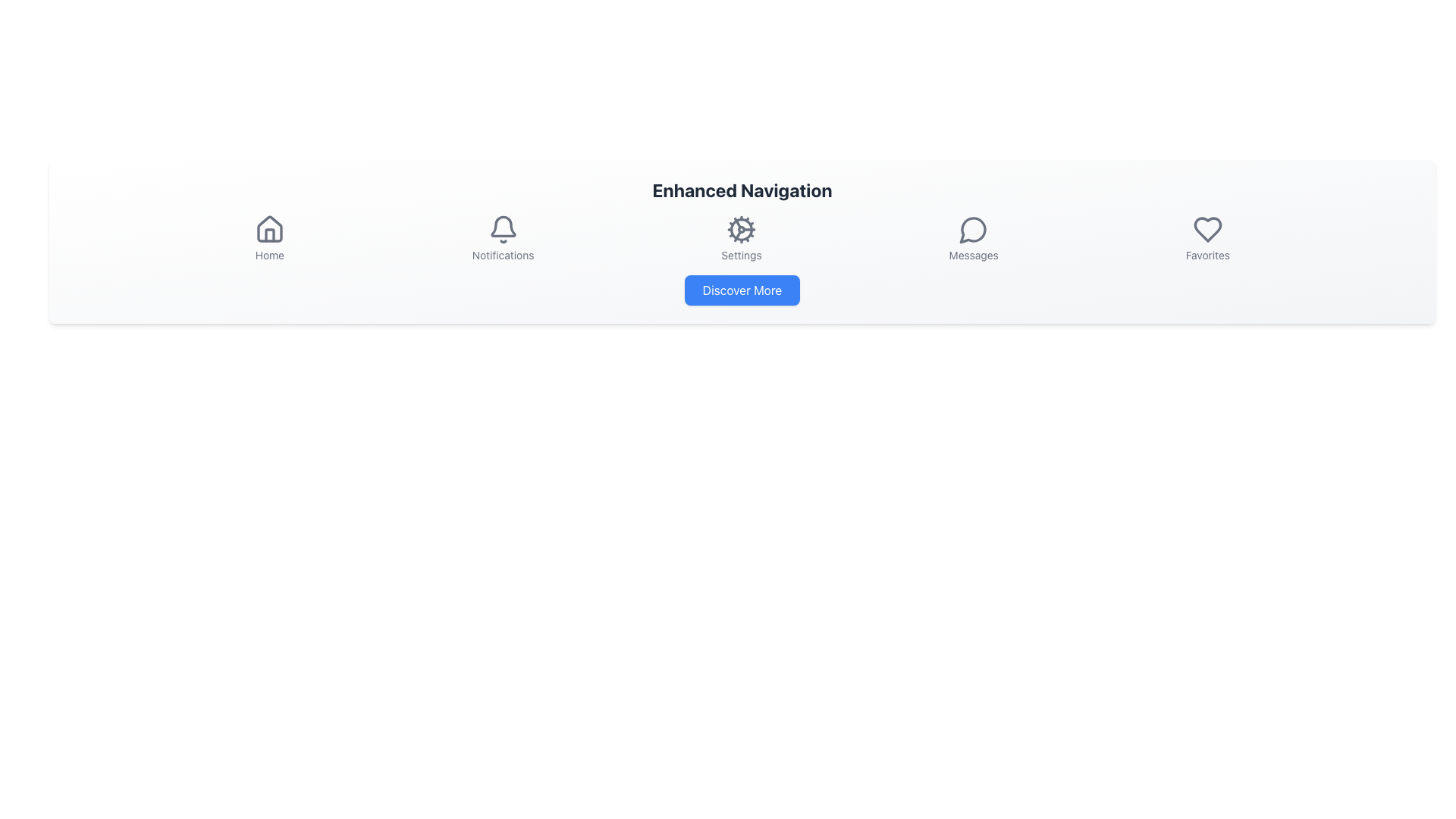 The height and width of the screenshot is (819, 1456). I want to click on the navigation button for 'Messages', located fourth from the left in the horizontal navigation bar, so click(974, 239).